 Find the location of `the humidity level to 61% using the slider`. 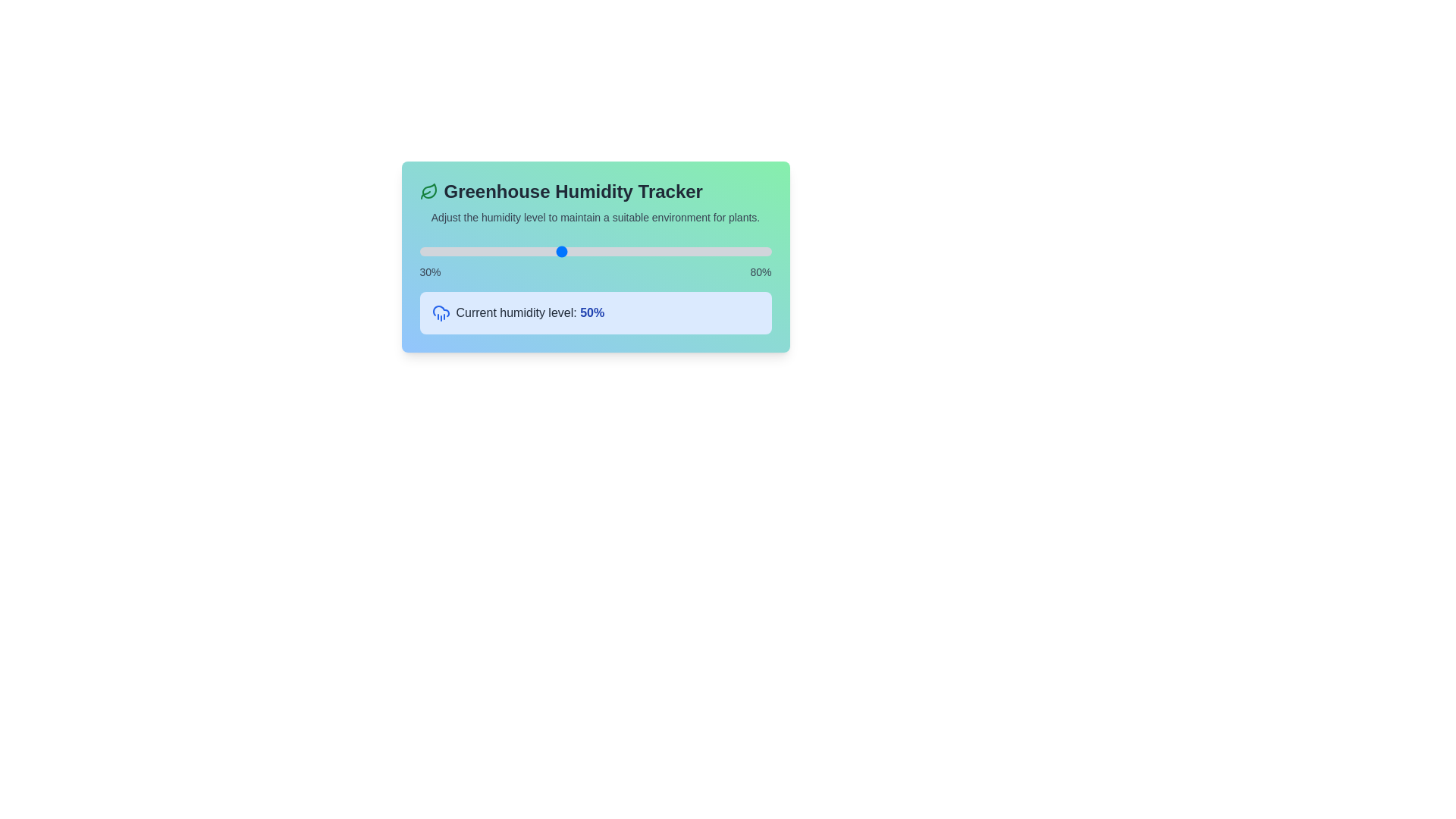

the humidity level to 61% using the slider is located at coordinates (638, 250).